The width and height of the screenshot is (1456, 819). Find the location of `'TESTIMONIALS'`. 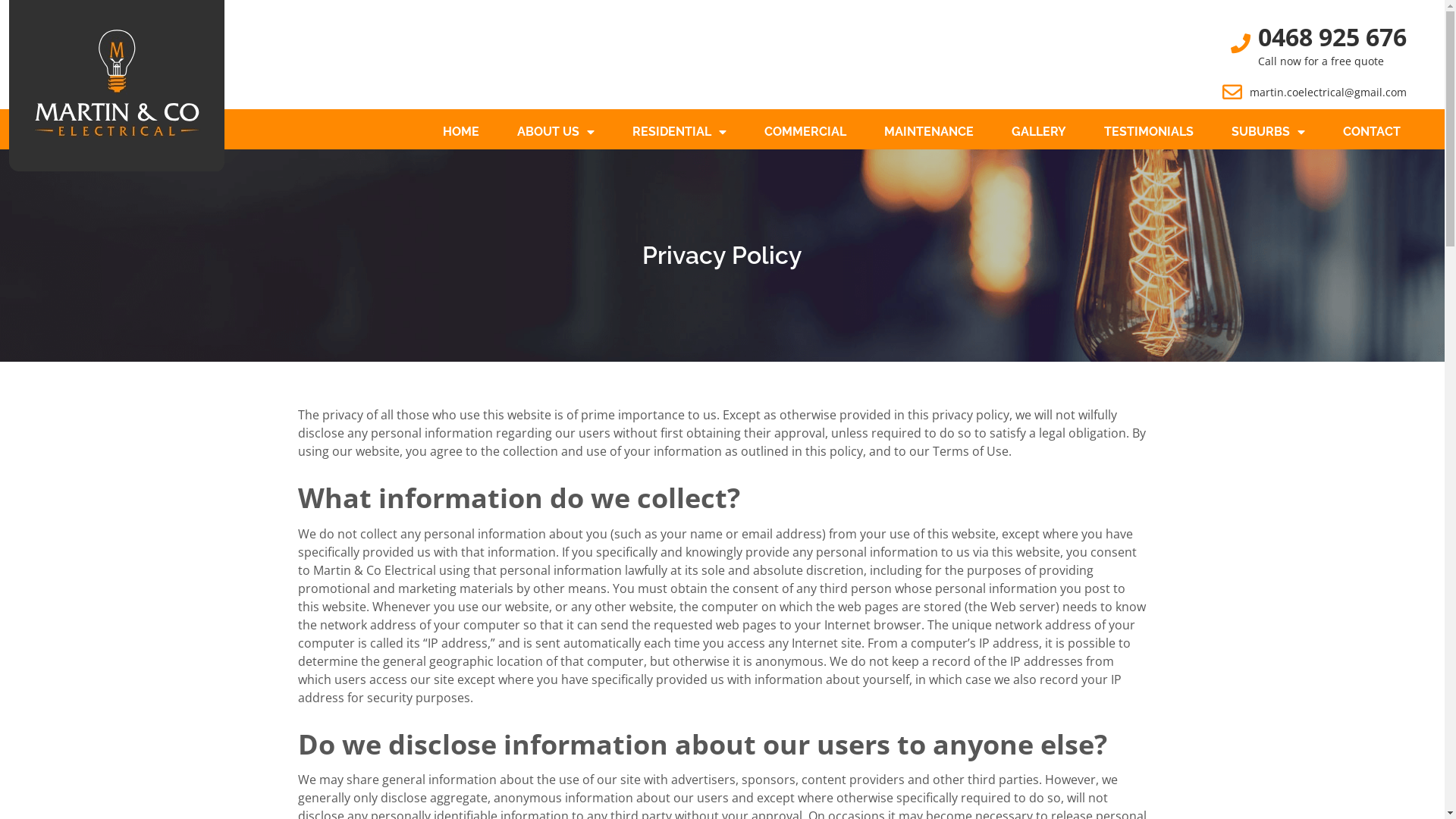

'TESTIMONIALS' is located at coordinates (1149, 130).